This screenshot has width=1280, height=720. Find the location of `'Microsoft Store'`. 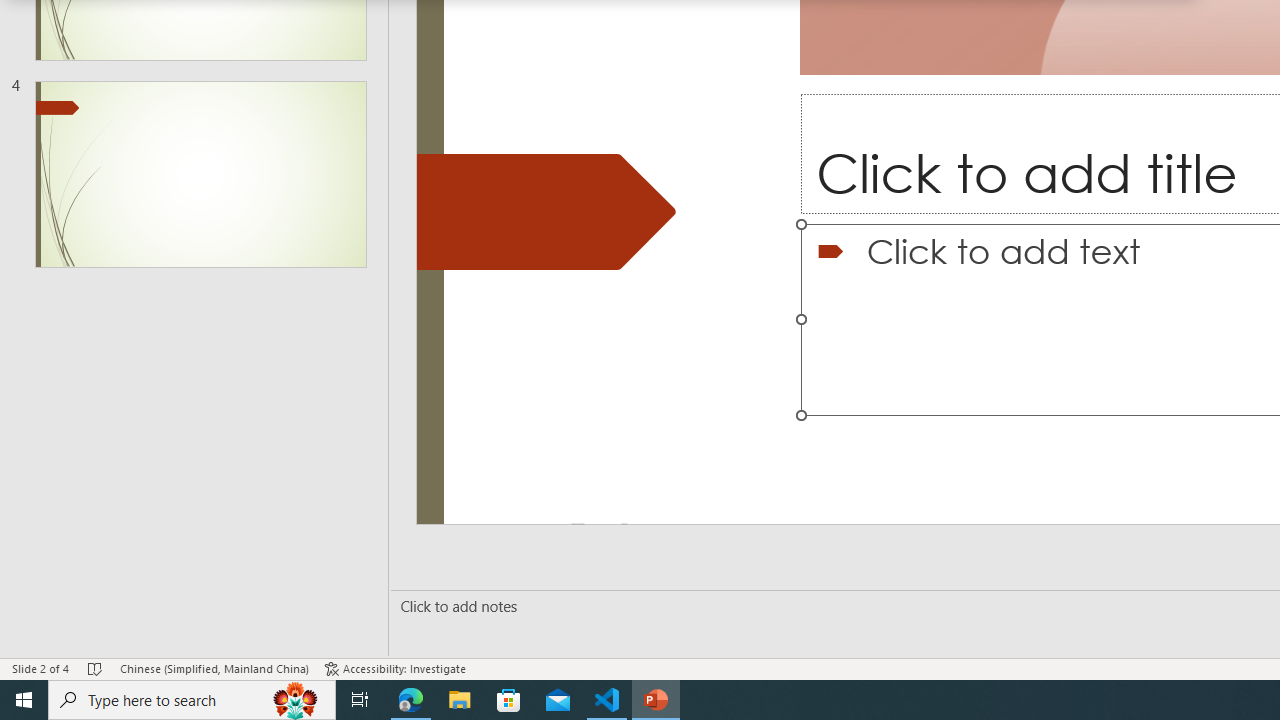

'Microsoft Store' is located at coordinates (509, 698).